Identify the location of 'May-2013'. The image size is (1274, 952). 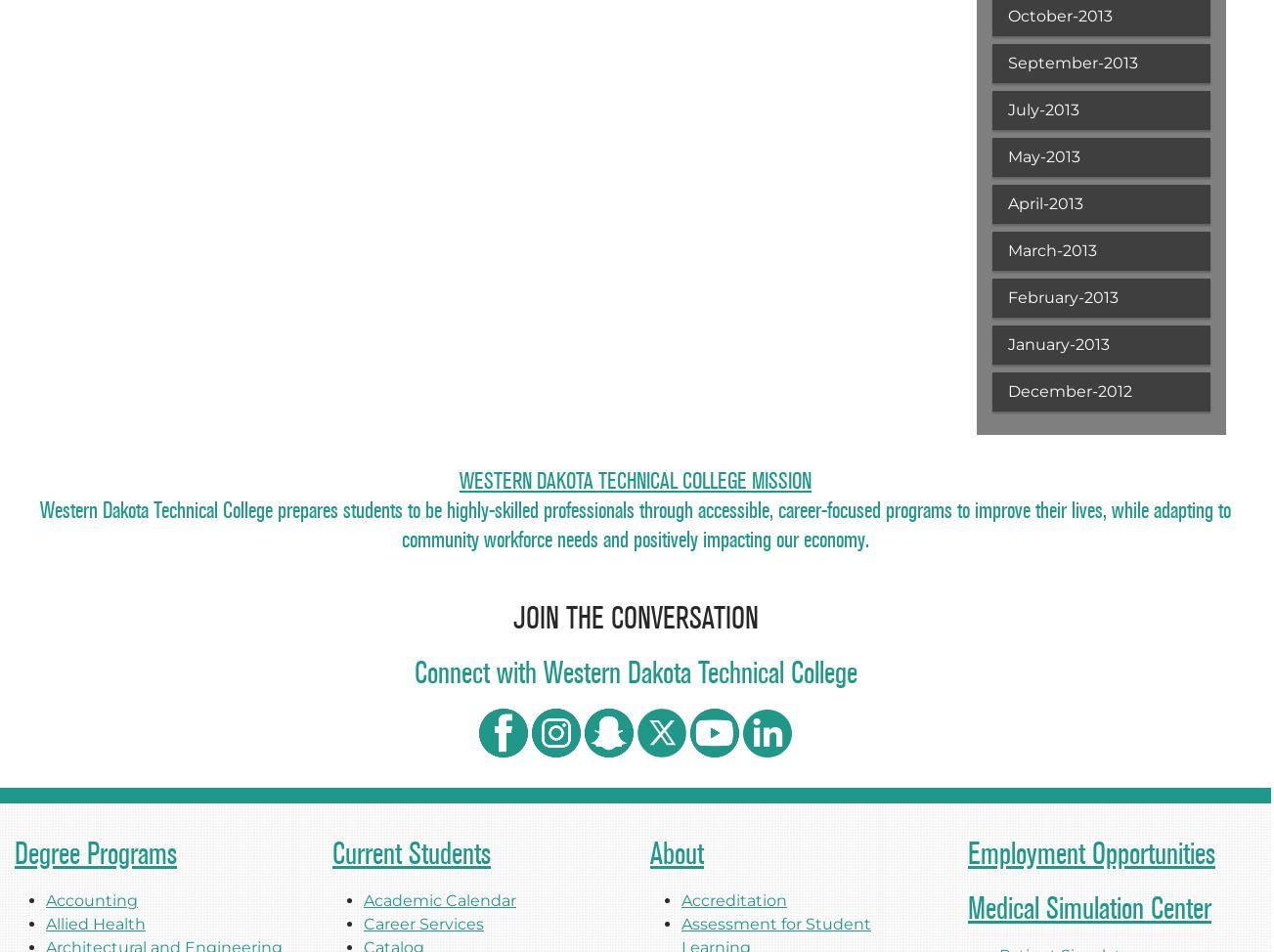
(1042, 155).